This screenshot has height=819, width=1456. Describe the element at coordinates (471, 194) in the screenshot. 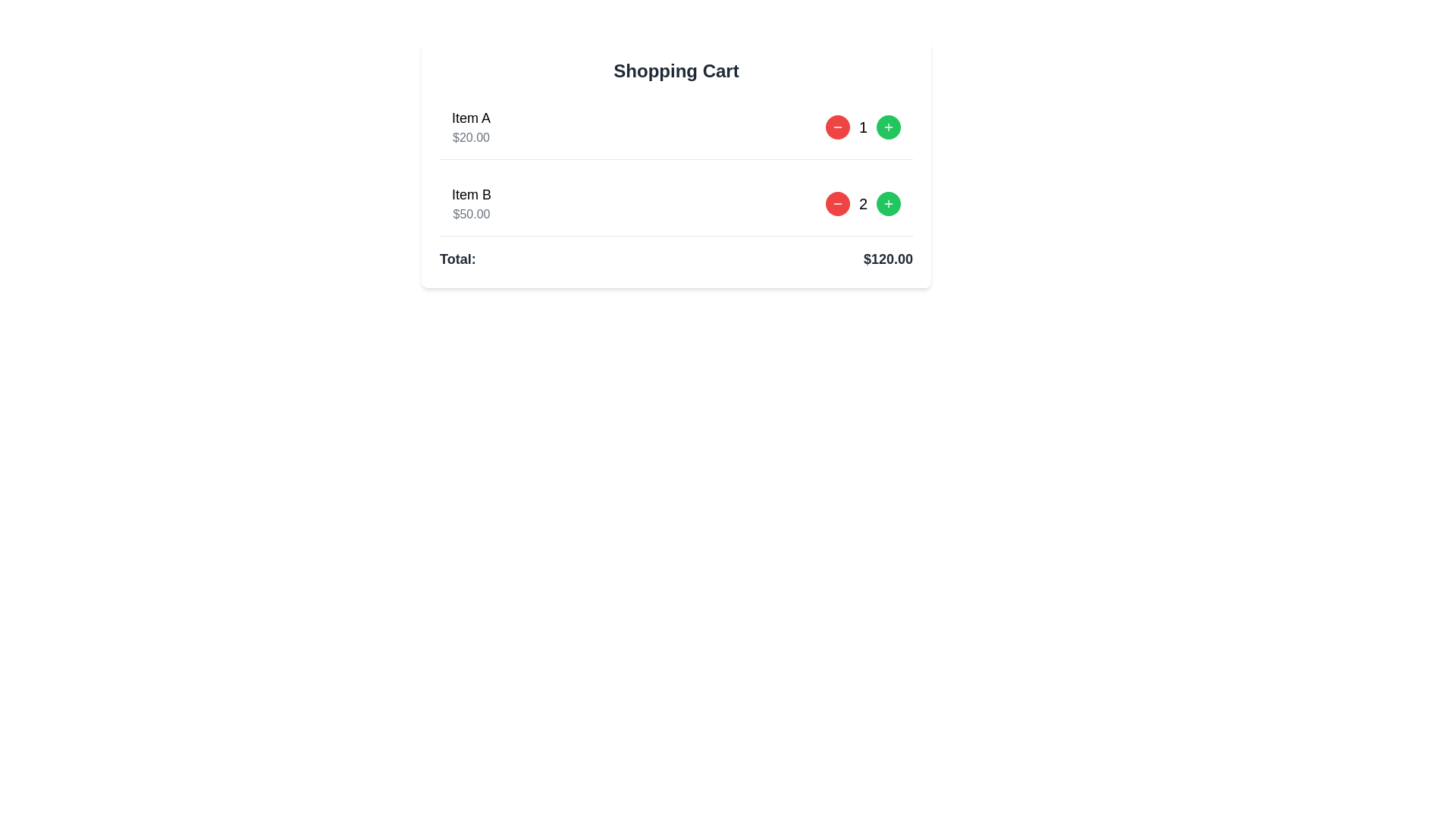

I see `the static text label 'Item B' which is styled in a larger font size and bold weight, located above the price text '$50.00' in the shopping cart interface` at that location.